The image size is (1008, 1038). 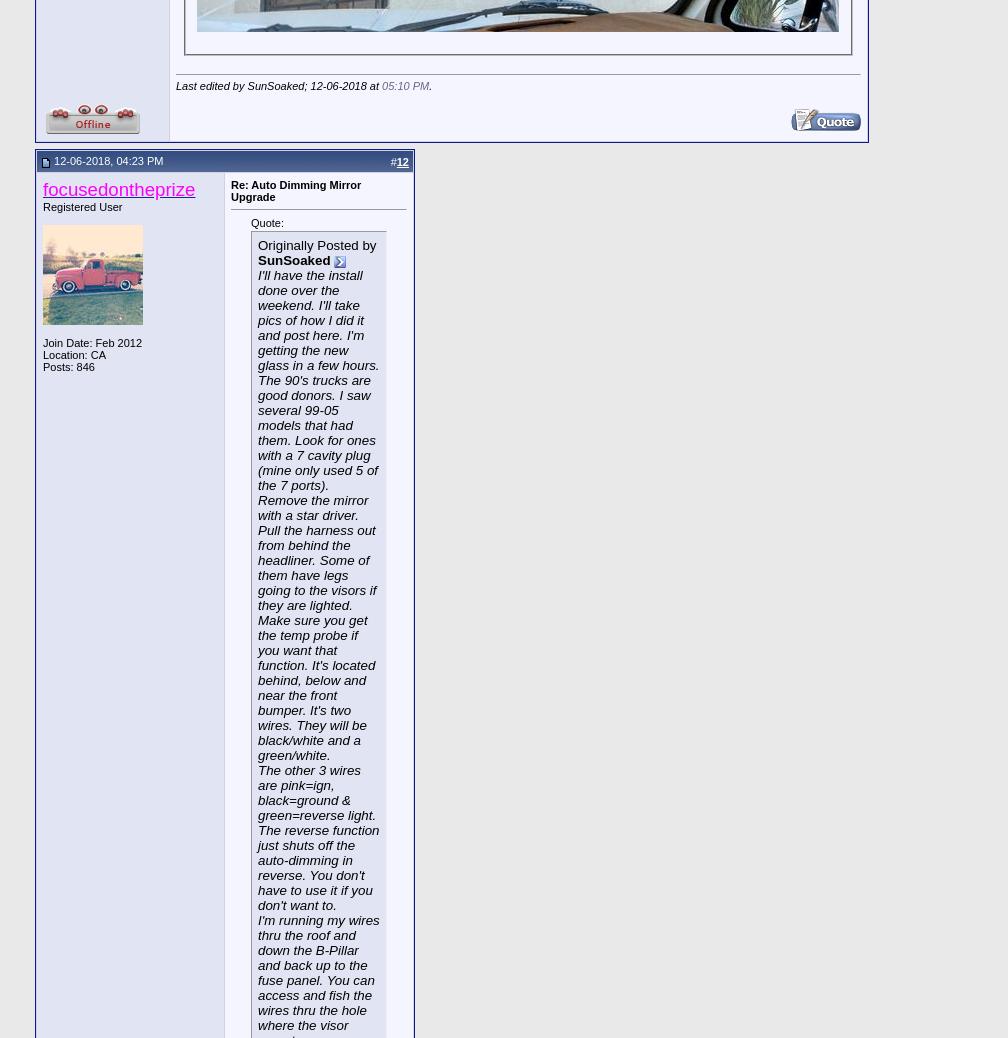 What do you see at coordinates (119, 187) in the screenshot?
I see `'focusedontheprize'` at bounding box center [119, 187].